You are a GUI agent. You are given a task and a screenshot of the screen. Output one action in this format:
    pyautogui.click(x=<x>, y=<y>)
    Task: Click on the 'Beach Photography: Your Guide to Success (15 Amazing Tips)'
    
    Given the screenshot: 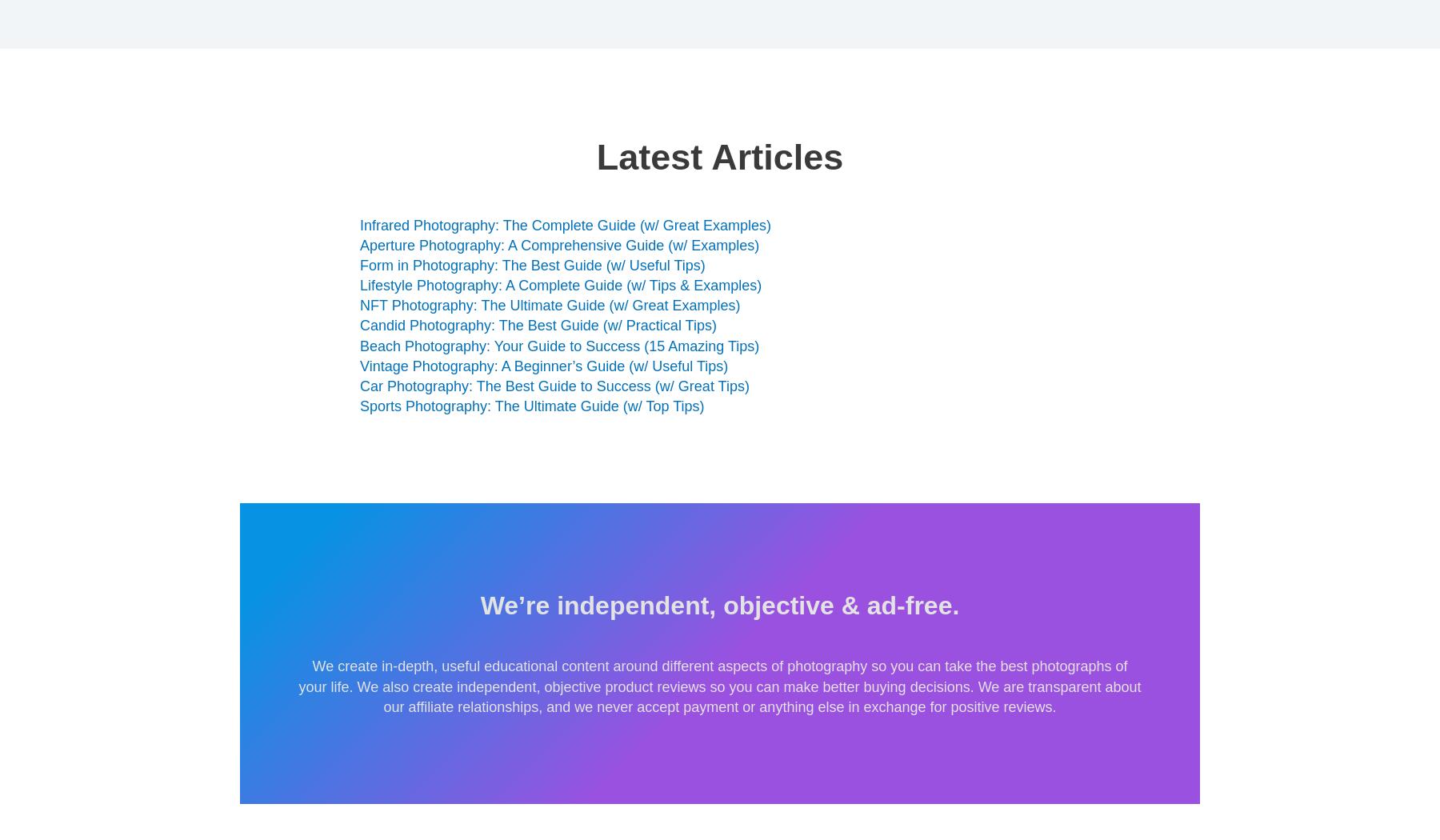 What is the action you would take?
    pyautogui.click(x=558, y=344)
    